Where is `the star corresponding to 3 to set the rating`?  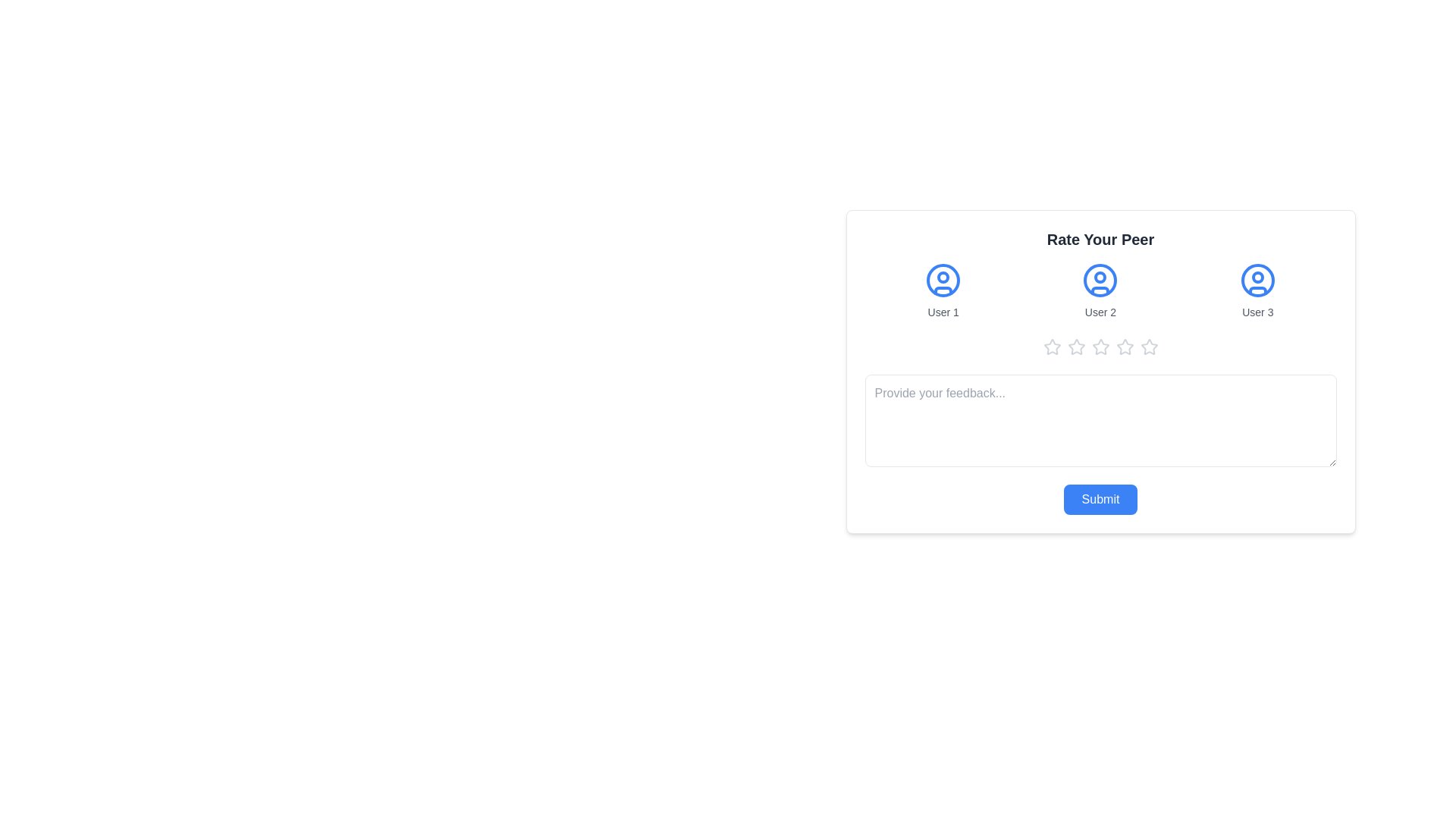 the star corresponding to 3 to set the rating is located at coordinates (1100, 347).